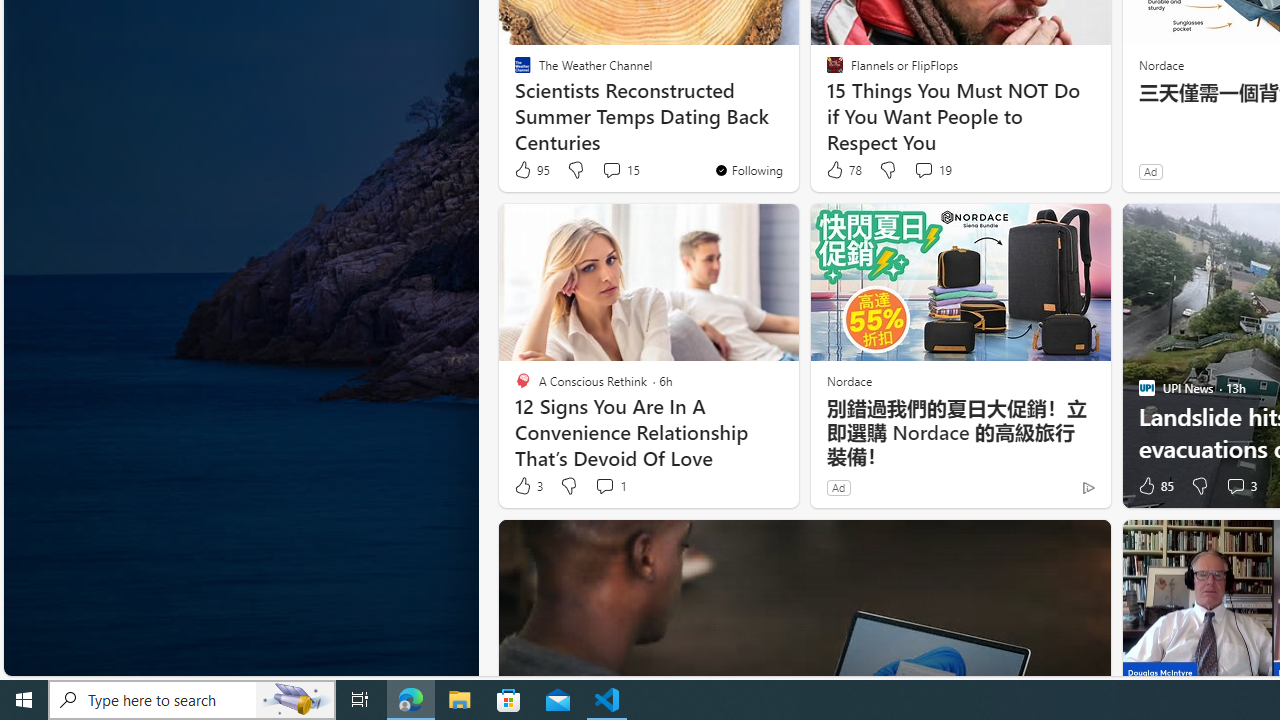 This screenshot has height=720, width=1280. Describe the element at coordinates (609, 486) in the screenshot. I see `'View comments 1 Comment'` at that location.